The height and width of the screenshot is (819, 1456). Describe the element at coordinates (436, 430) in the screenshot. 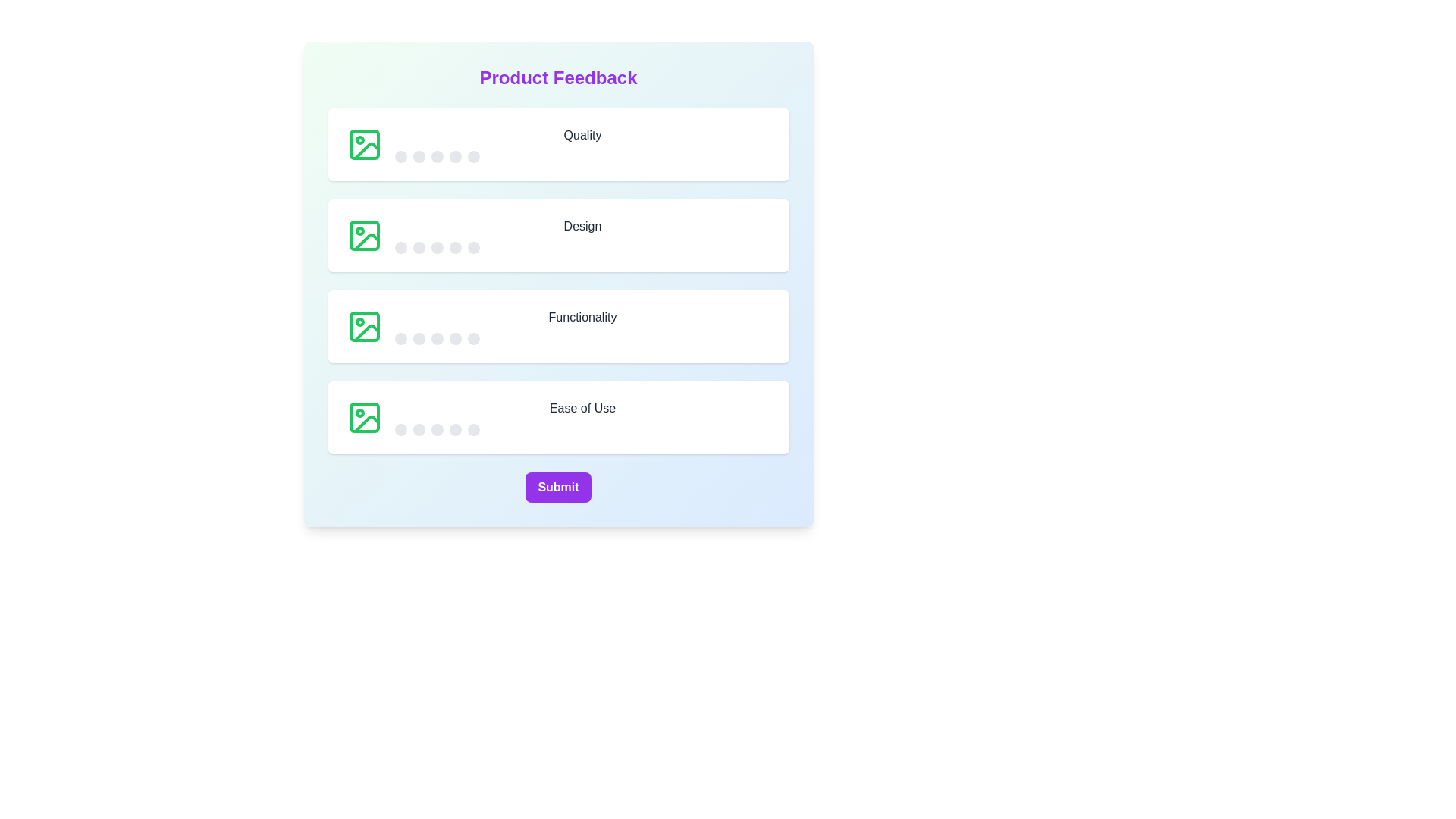

I see `the star corresponding to 3 stars for the 'Ease of Use' category` at that location.